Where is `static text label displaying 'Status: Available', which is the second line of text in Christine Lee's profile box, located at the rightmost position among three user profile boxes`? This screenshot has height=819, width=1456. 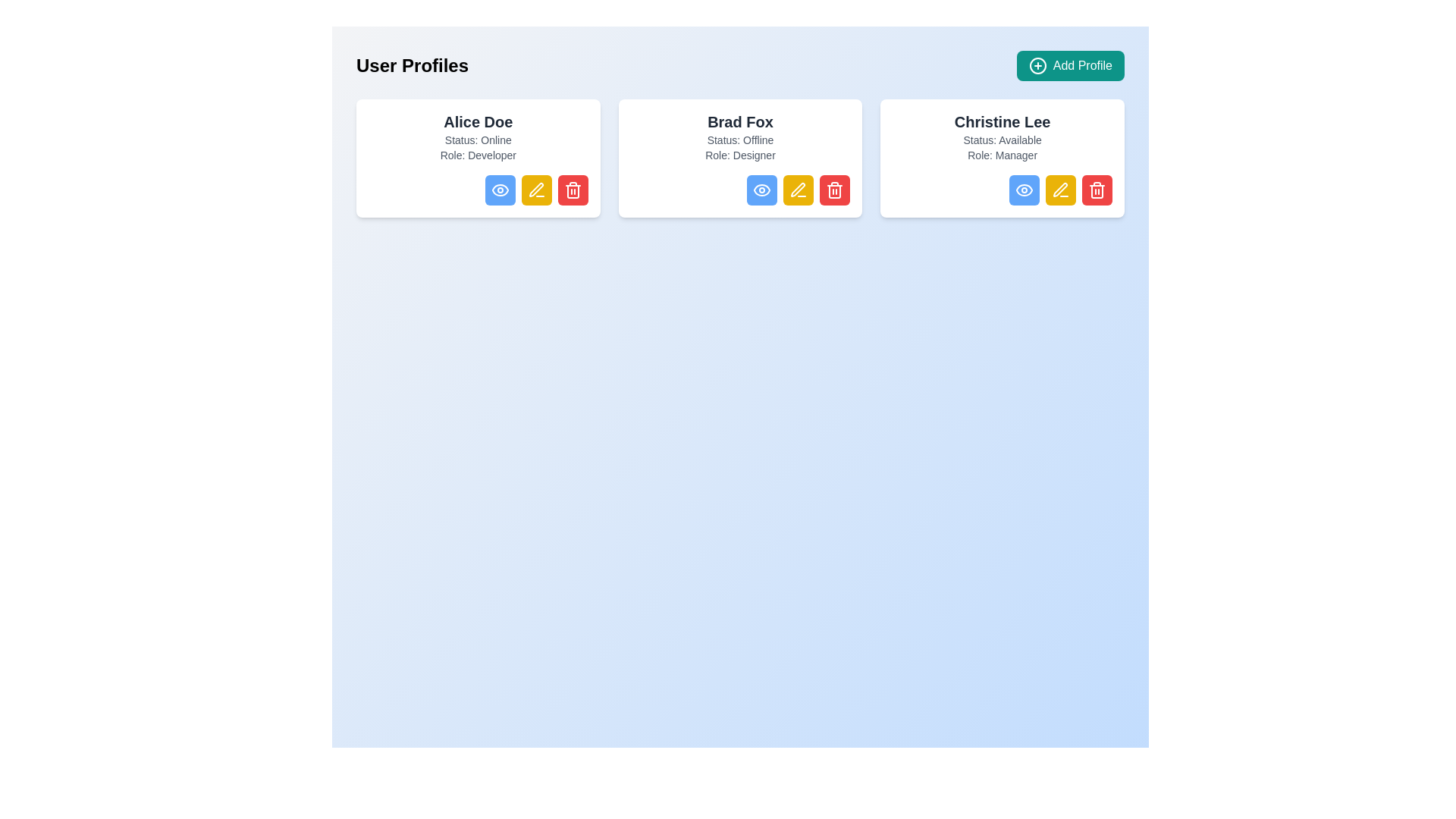
static text label displaying 'Status: Available', which is the second line of text in Christine Lee's profile box, located at the rightmost position among three user profile boxes is located at coordinates (1003, 140).